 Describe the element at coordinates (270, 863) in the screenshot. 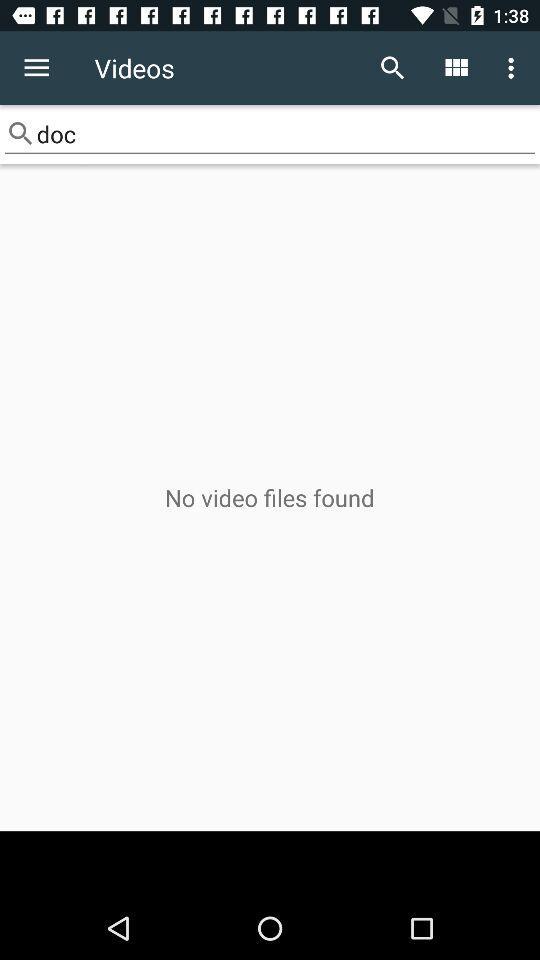

I see `the icon below no video files item` at that location.